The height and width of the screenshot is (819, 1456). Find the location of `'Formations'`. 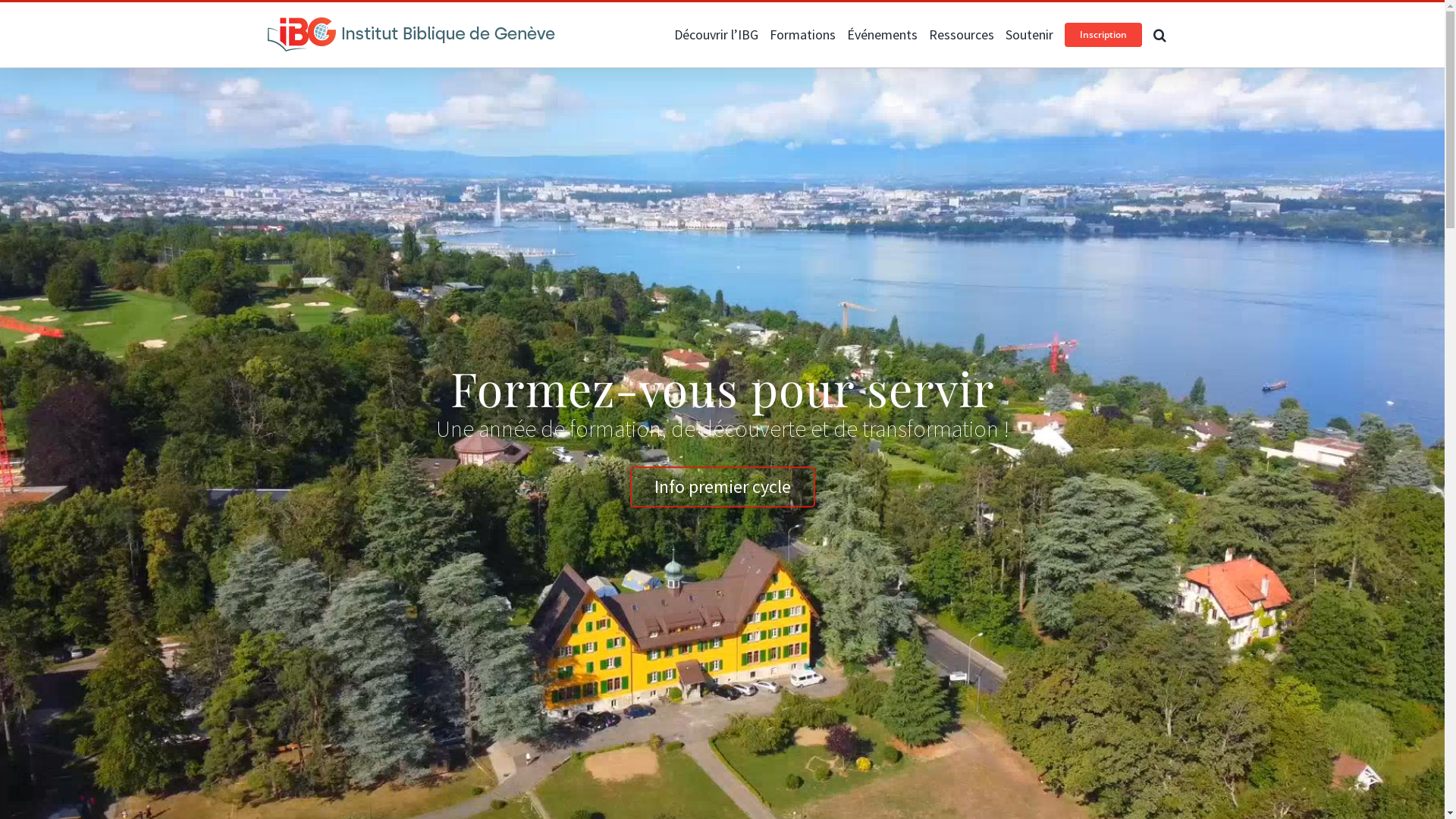

'Formations' is located at coordinates (801, 34).